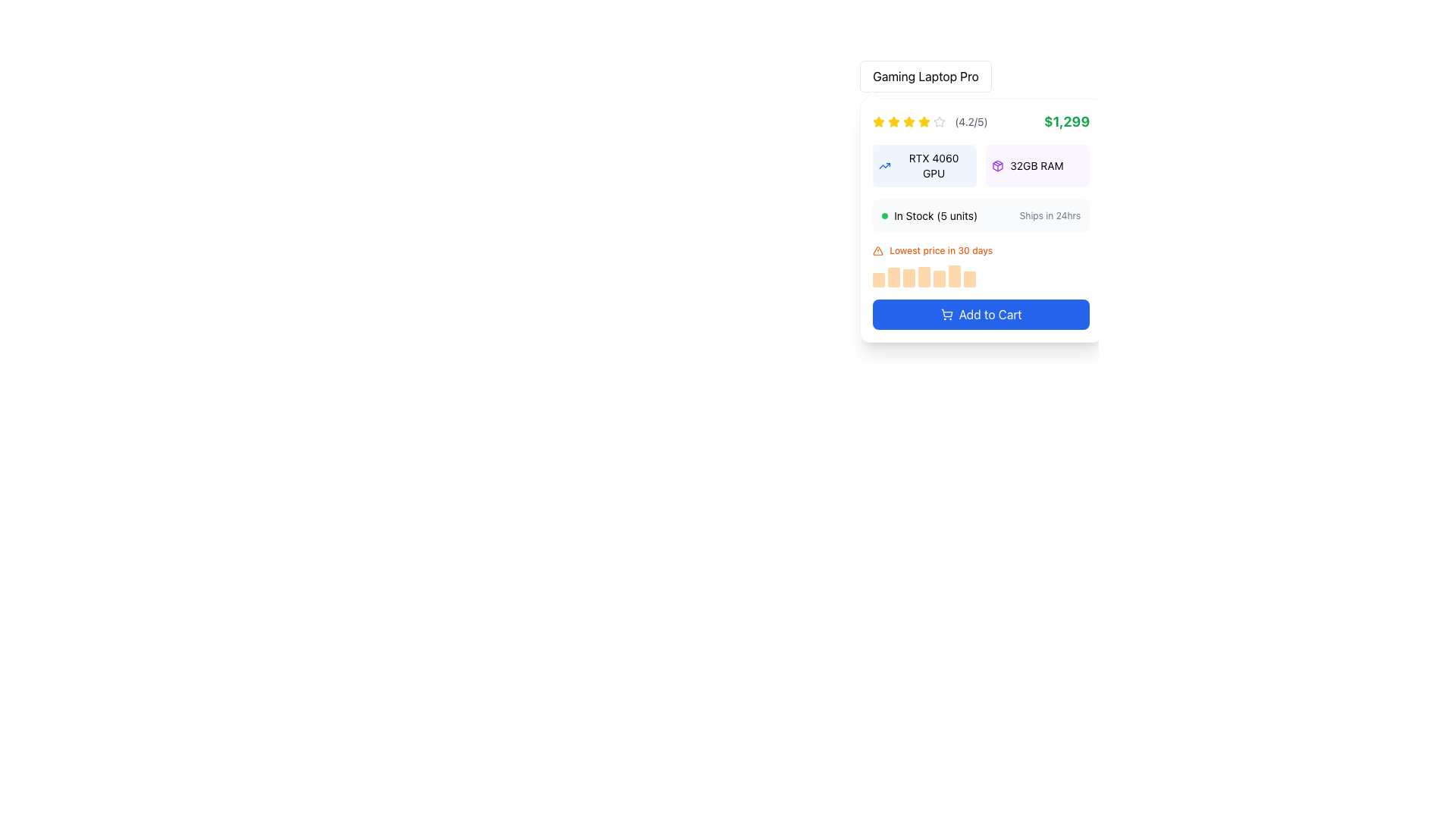 The image size is (1456, 819). What do you see at coordinates (894, 121) in the screenshot?
I see `the star-shaped icon with a yellow fill and border, which is the third star from the left in a series of five stars, located above the text '(4.2/5)' in the product details section` at bounding box center [894, 121].